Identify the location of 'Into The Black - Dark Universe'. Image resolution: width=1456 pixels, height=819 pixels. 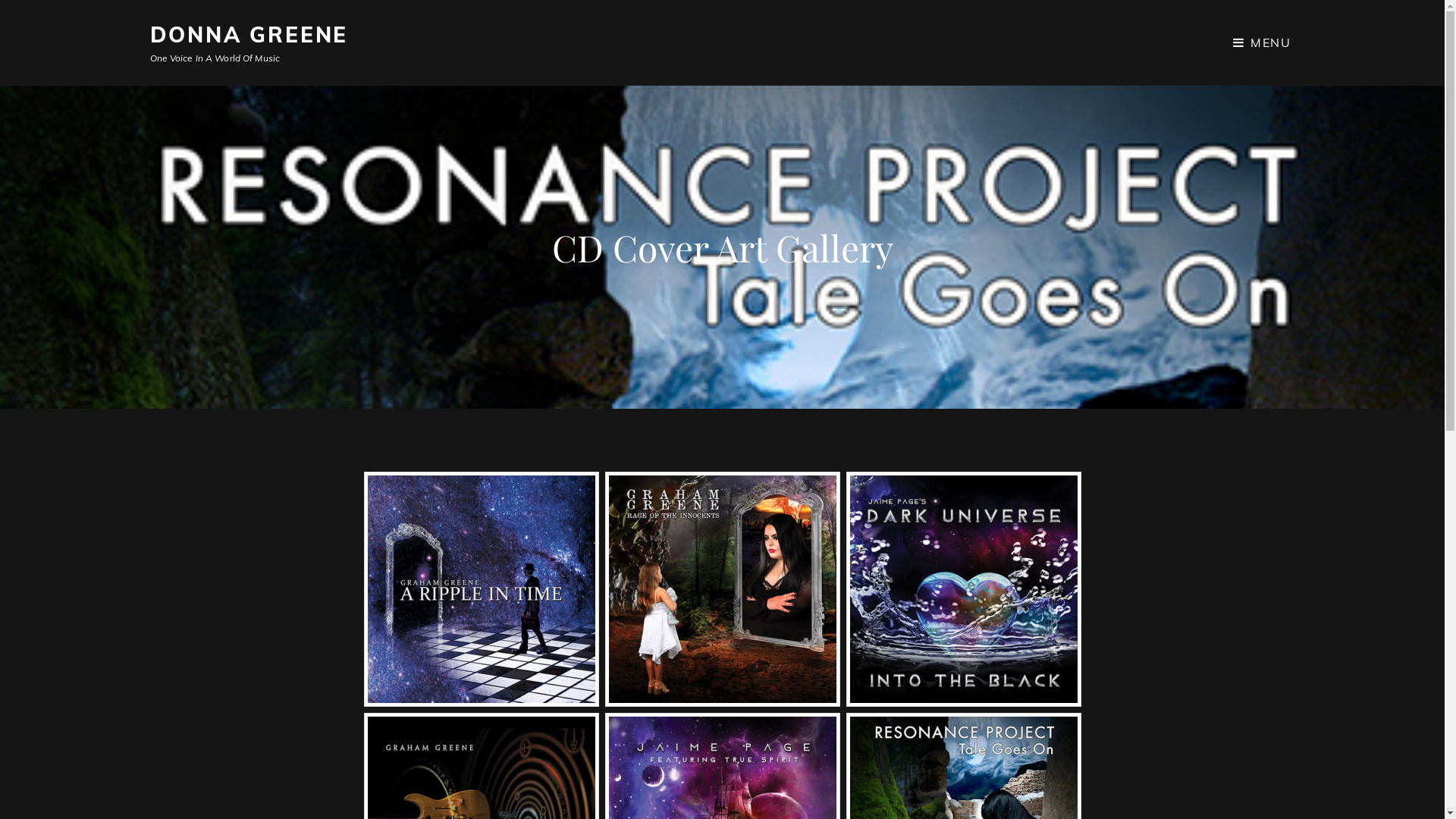
(962, 588).